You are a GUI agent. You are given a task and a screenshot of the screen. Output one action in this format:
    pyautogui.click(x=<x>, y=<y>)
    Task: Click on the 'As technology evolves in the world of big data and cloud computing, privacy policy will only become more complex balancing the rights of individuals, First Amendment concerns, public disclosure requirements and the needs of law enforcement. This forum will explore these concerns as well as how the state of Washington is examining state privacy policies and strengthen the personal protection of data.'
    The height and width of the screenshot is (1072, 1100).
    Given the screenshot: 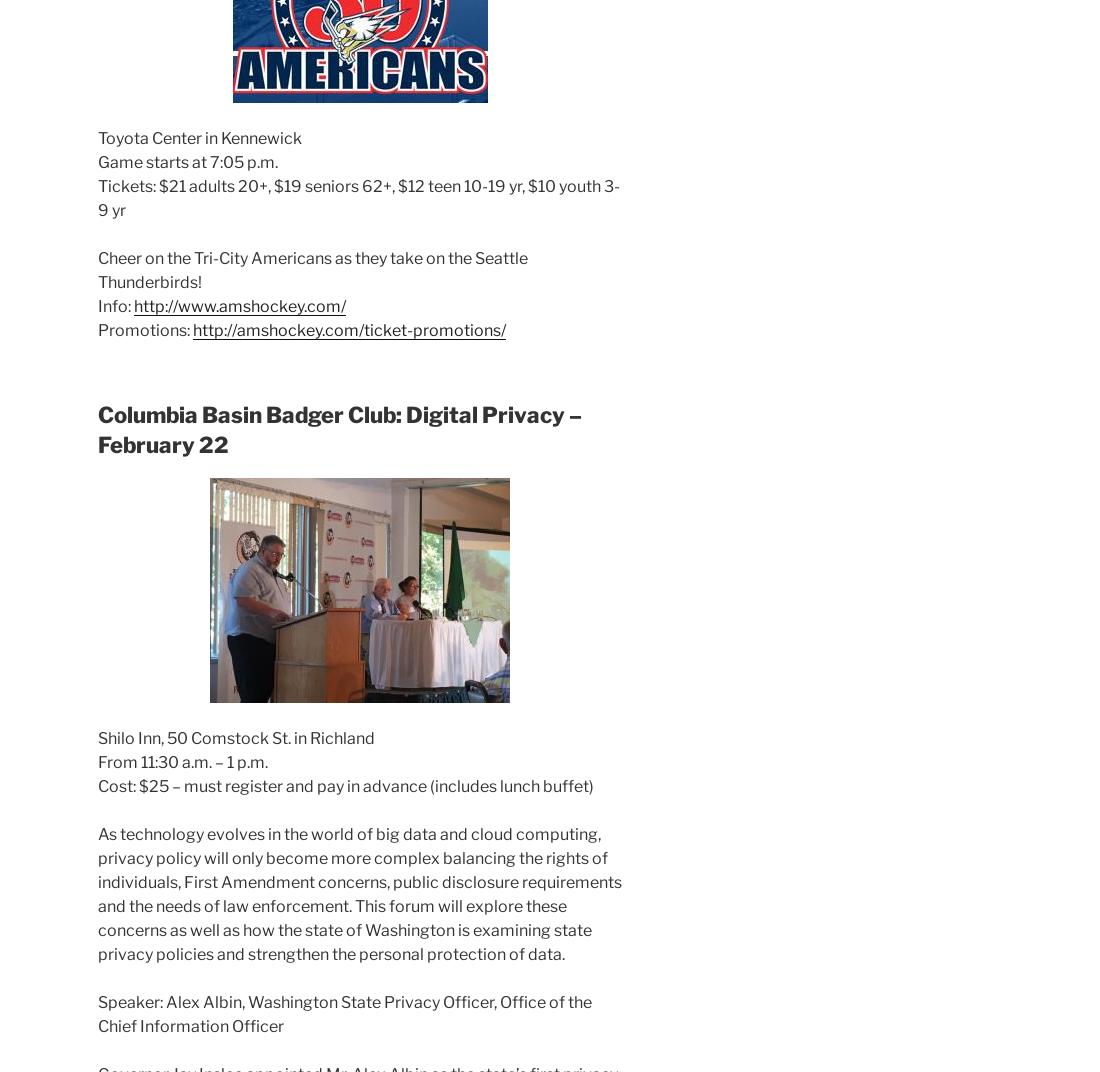 What is the action you would take?
    pyautogui.click(x=360, y=893)
    